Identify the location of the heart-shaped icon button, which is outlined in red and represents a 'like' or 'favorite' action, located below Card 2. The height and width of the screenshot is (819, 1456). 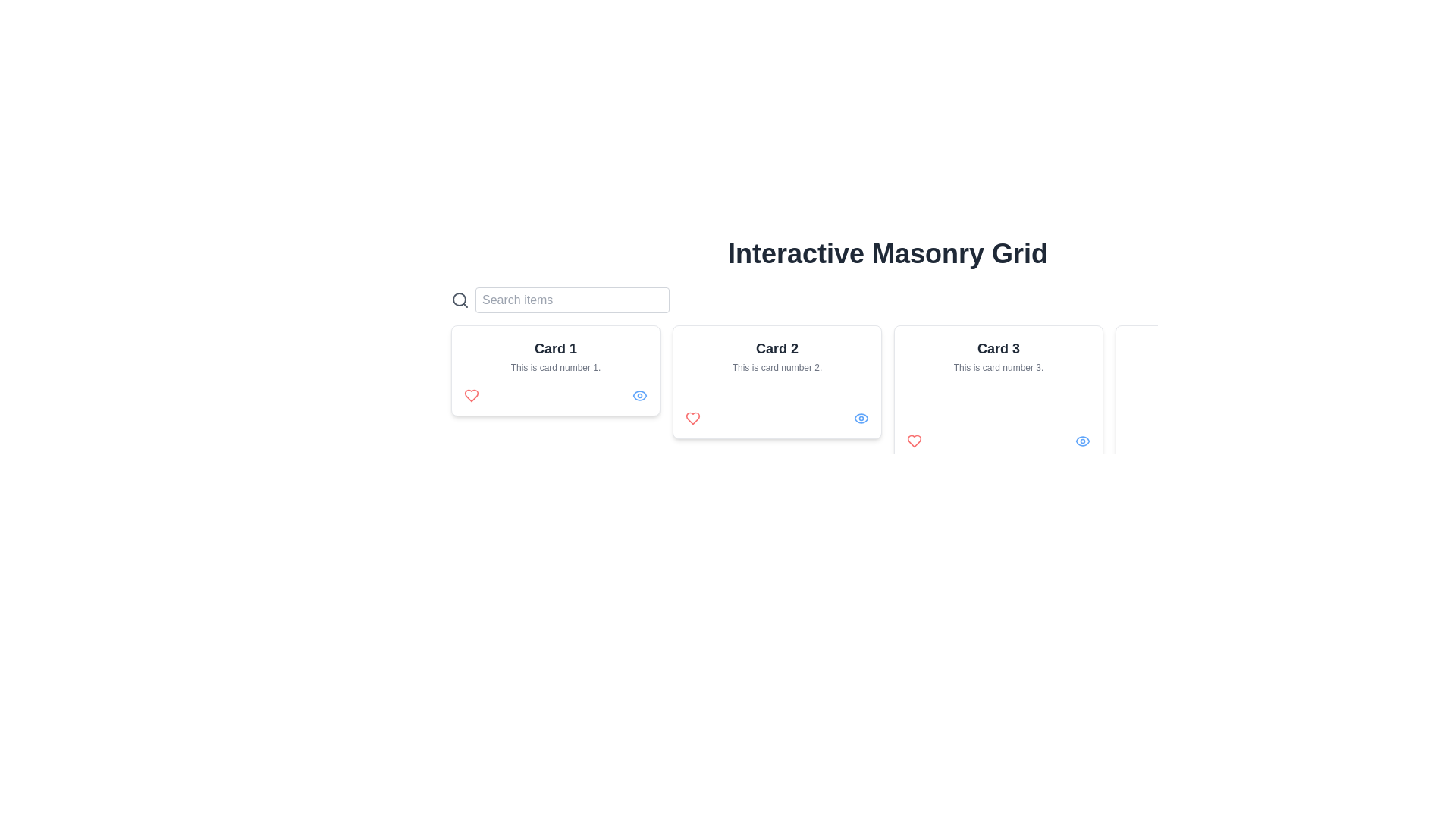
(471, 394).